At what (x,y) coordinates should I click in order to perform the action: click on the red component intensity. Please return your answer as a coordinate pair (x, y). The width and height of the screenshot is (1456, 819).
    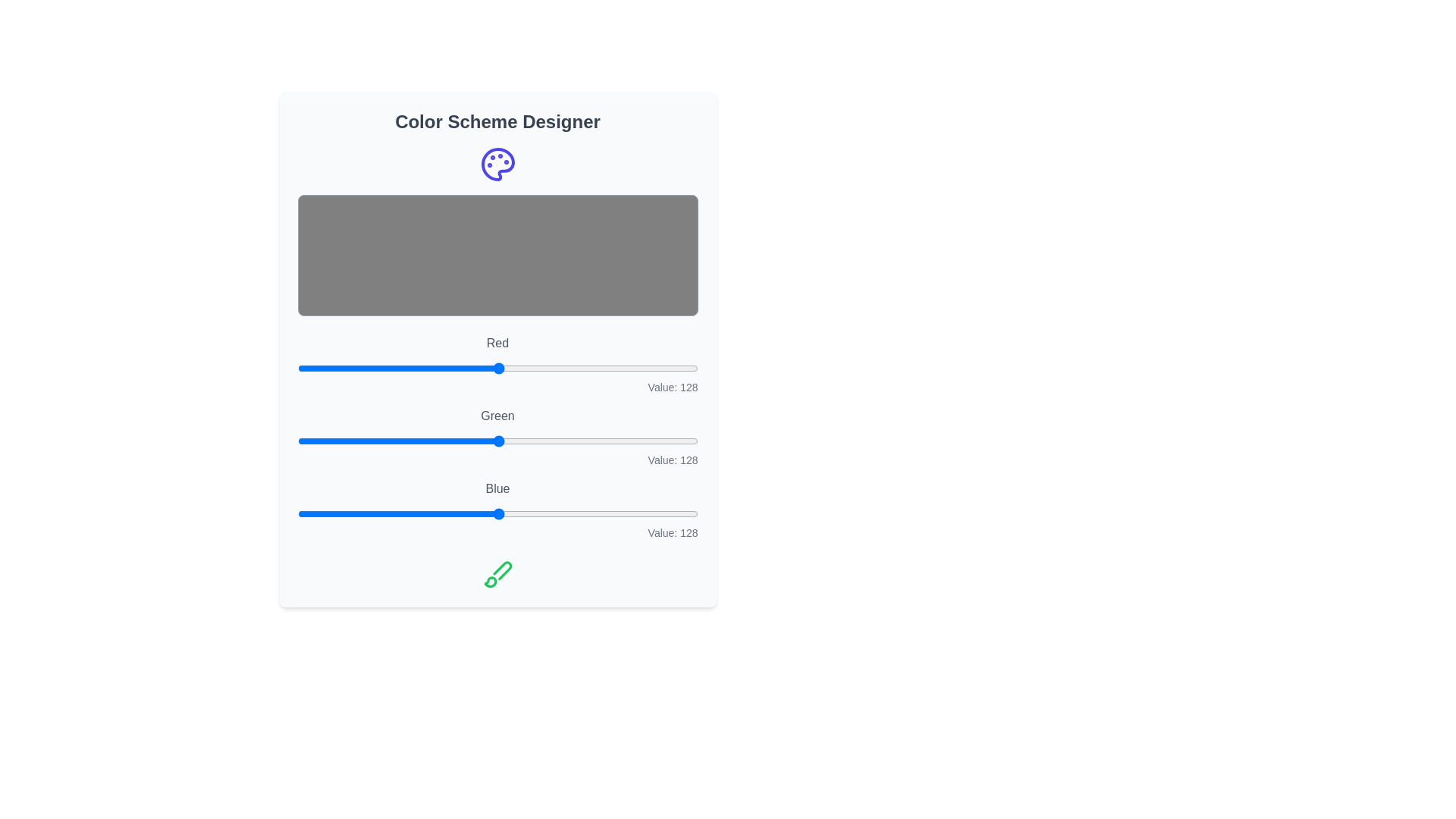
    Looking at the image, I should click on (544, 369).